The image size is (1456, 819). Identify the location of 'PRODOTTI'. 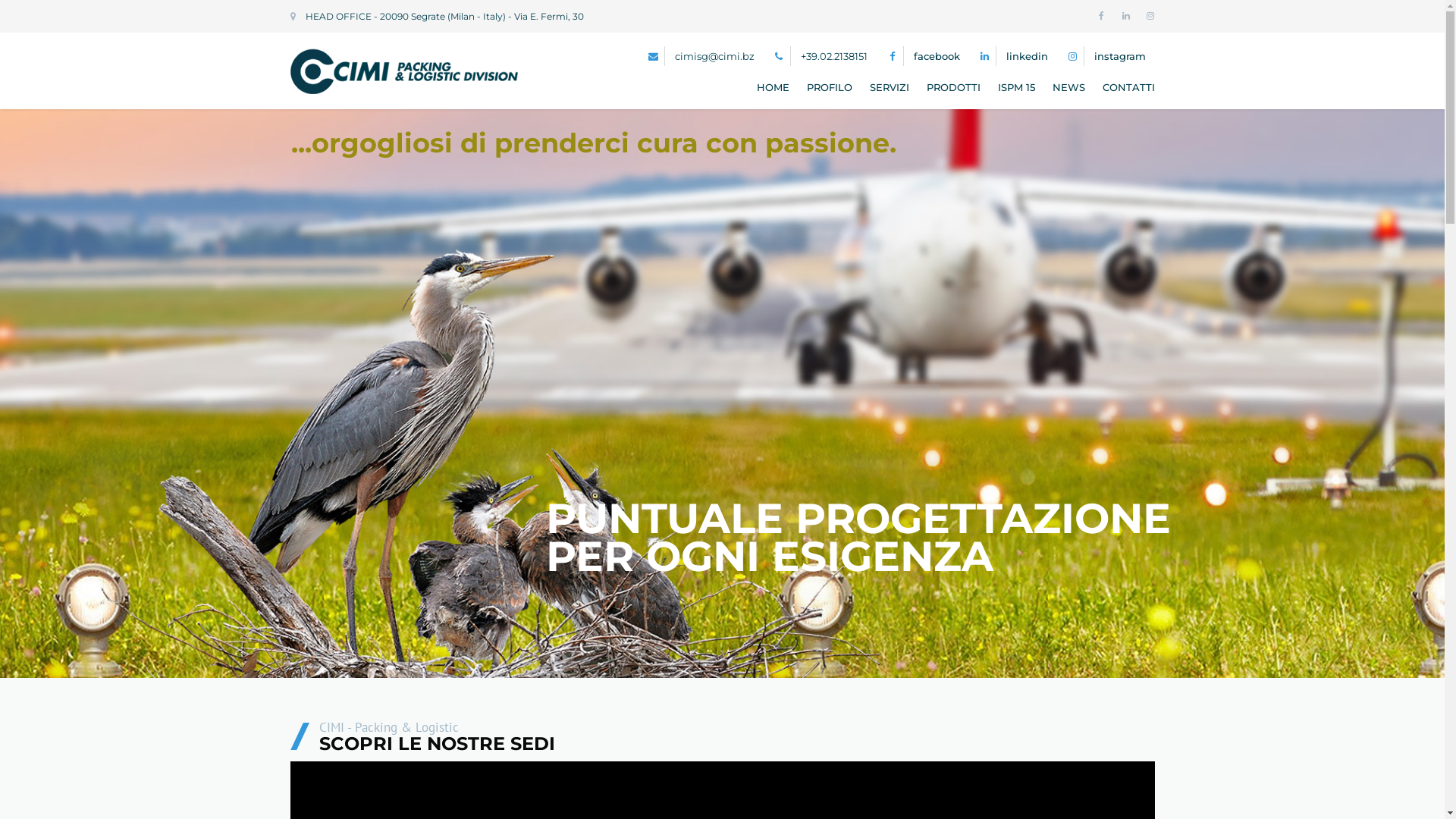
(952, 87).